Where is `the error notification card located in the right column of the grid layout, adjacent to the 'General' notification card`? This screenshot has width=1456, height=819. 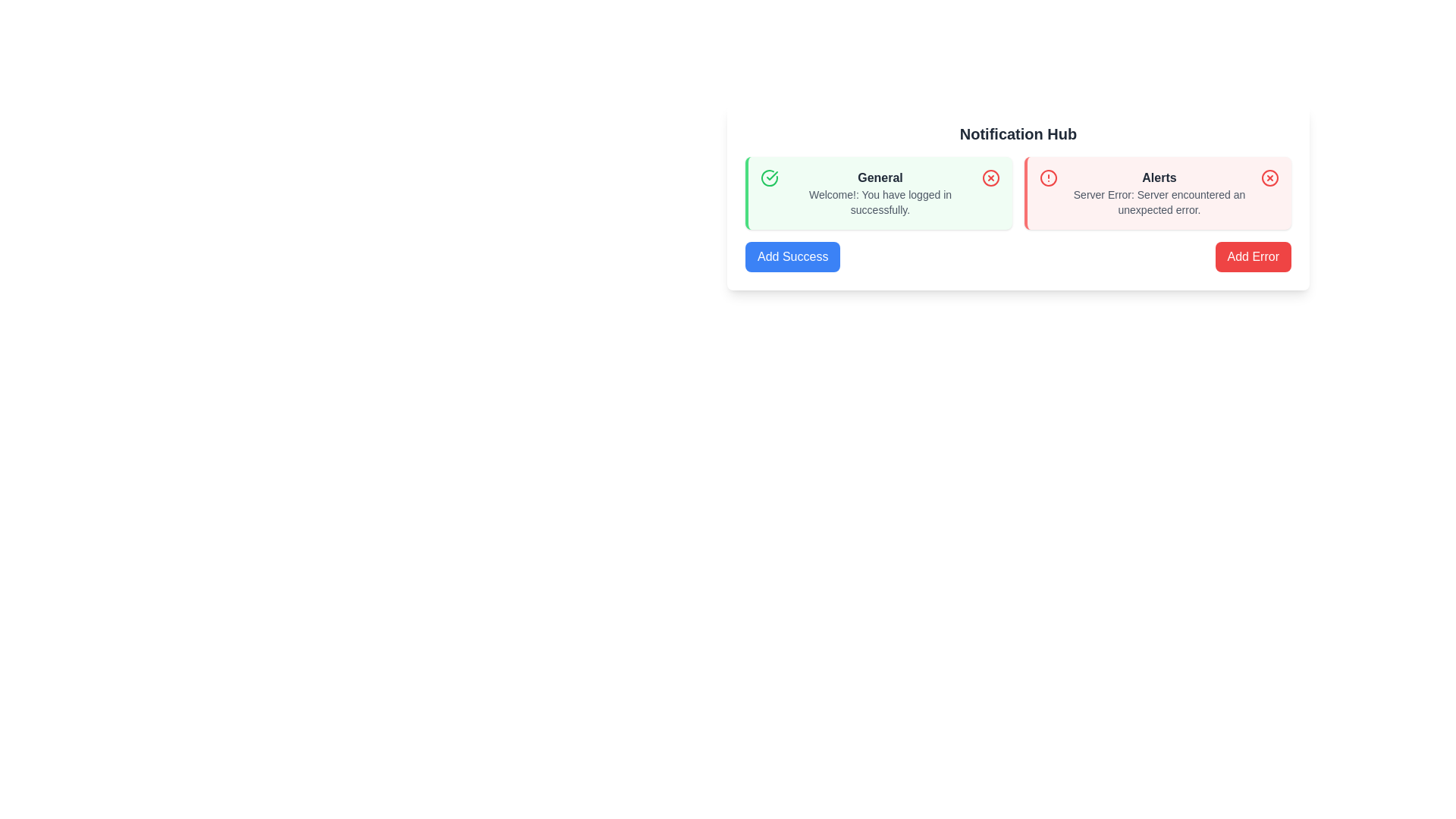
the error notification card located in the right column of the grid layout, adjacent to the 'General' notification card is located at coordinates (1156, 192).